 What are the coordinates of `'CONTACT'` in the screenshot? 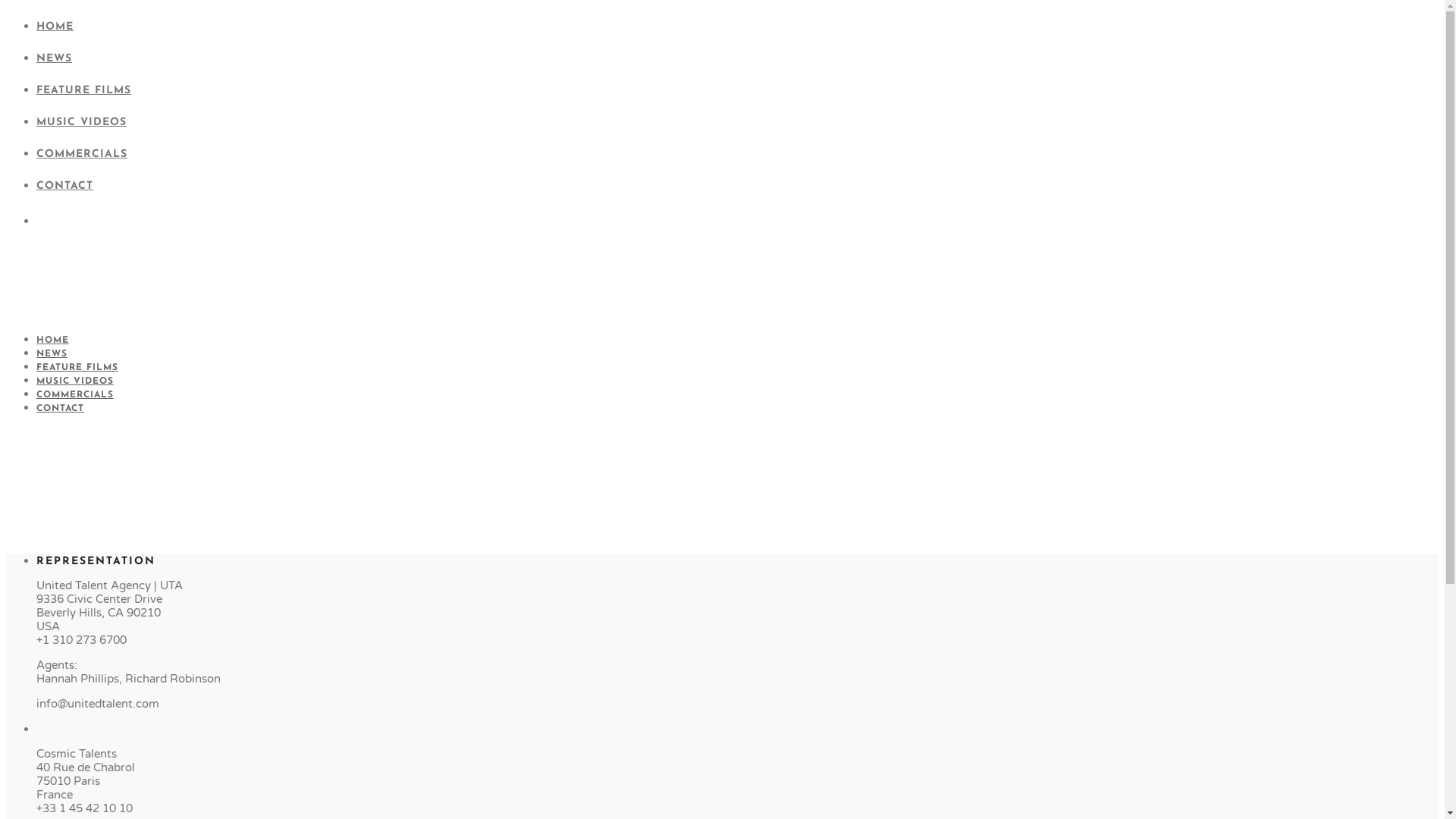 It's located at (36, 408).